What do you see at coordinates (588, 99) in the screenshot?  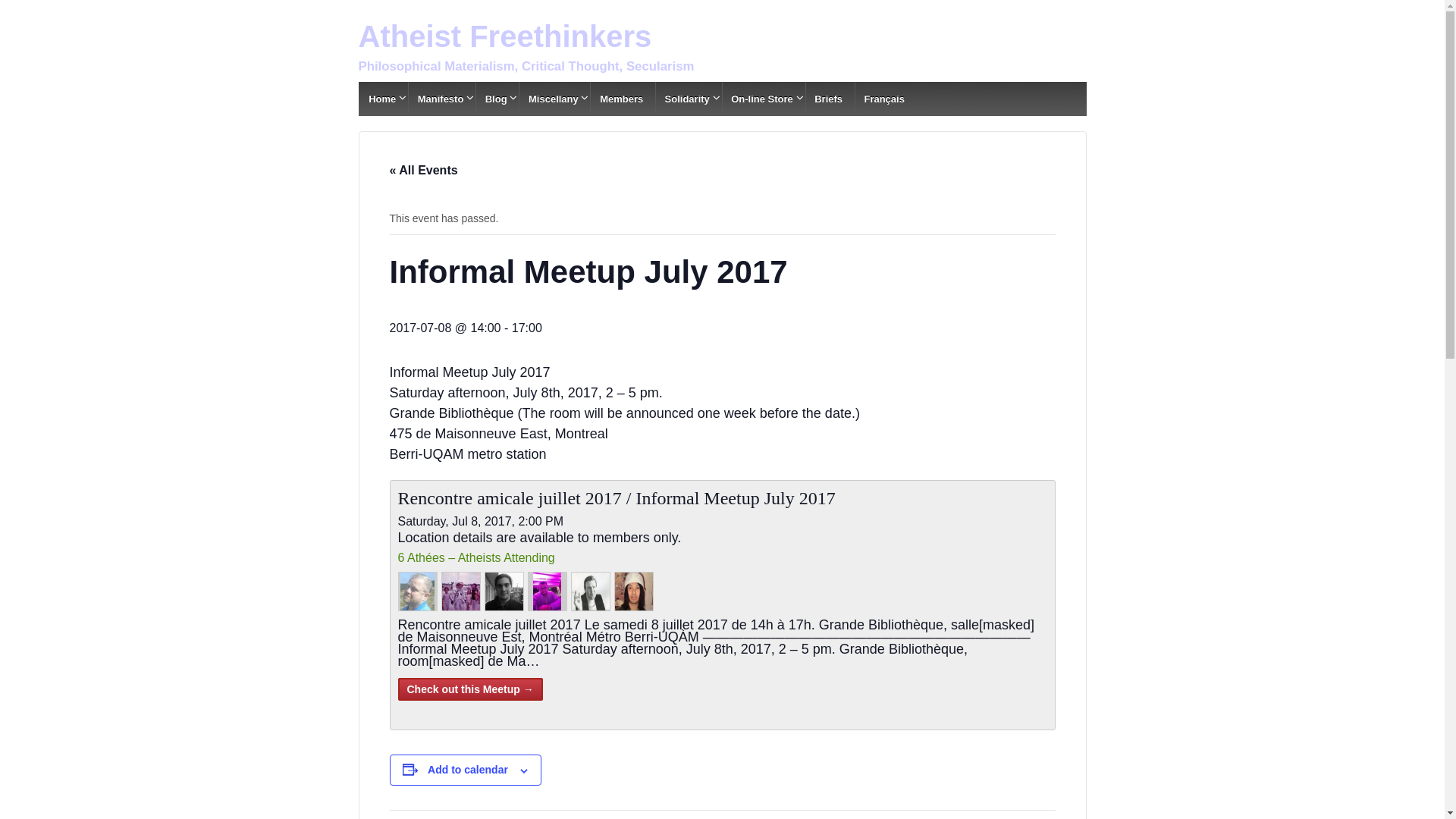 I see `'Members'` at bounding box center [588, 99].